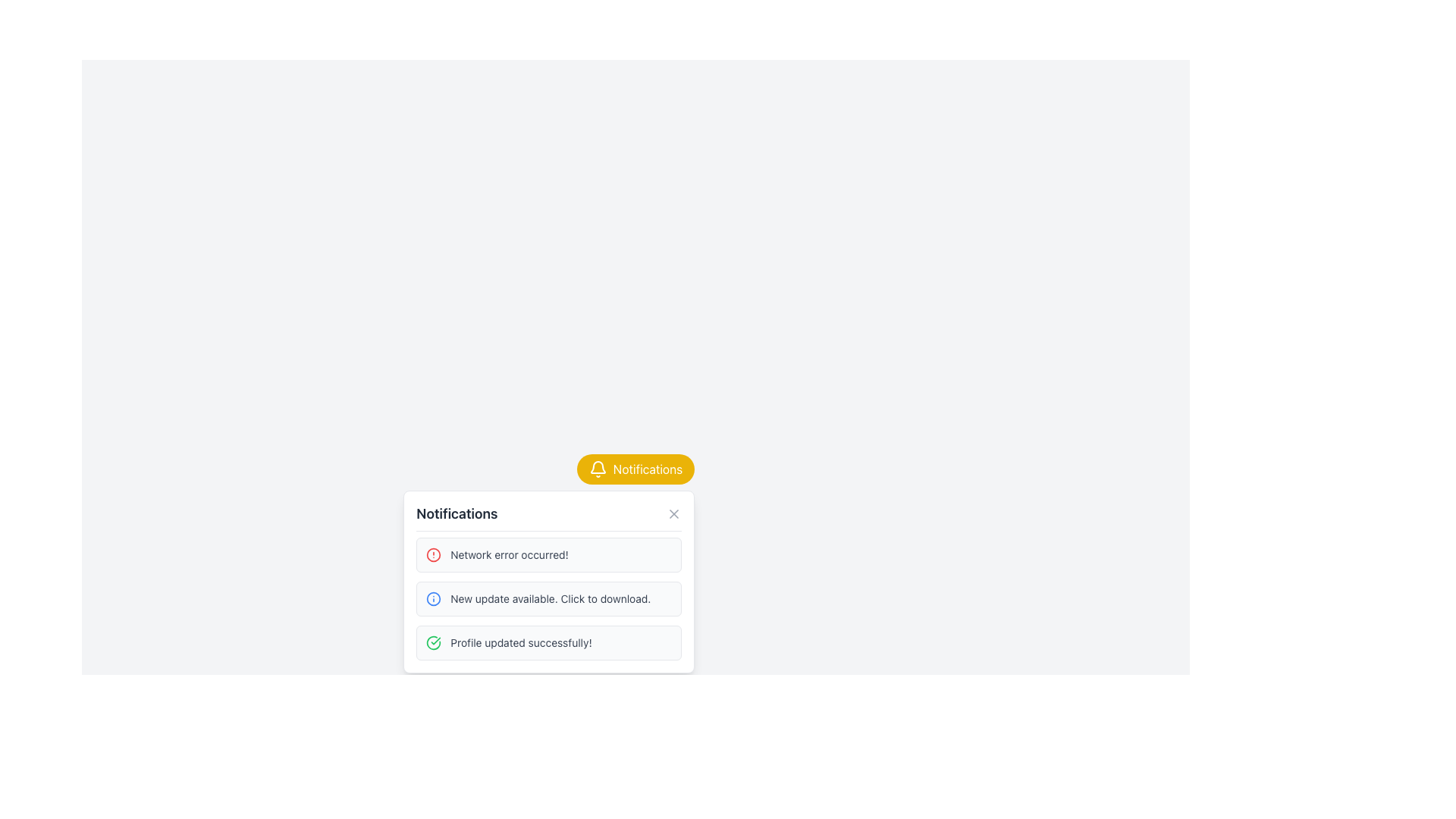  Describe the element at coordinates (673, 513) in the screenshot. I see `the close button (X symbol) located on the far right side of the notifications panel header` at that location.